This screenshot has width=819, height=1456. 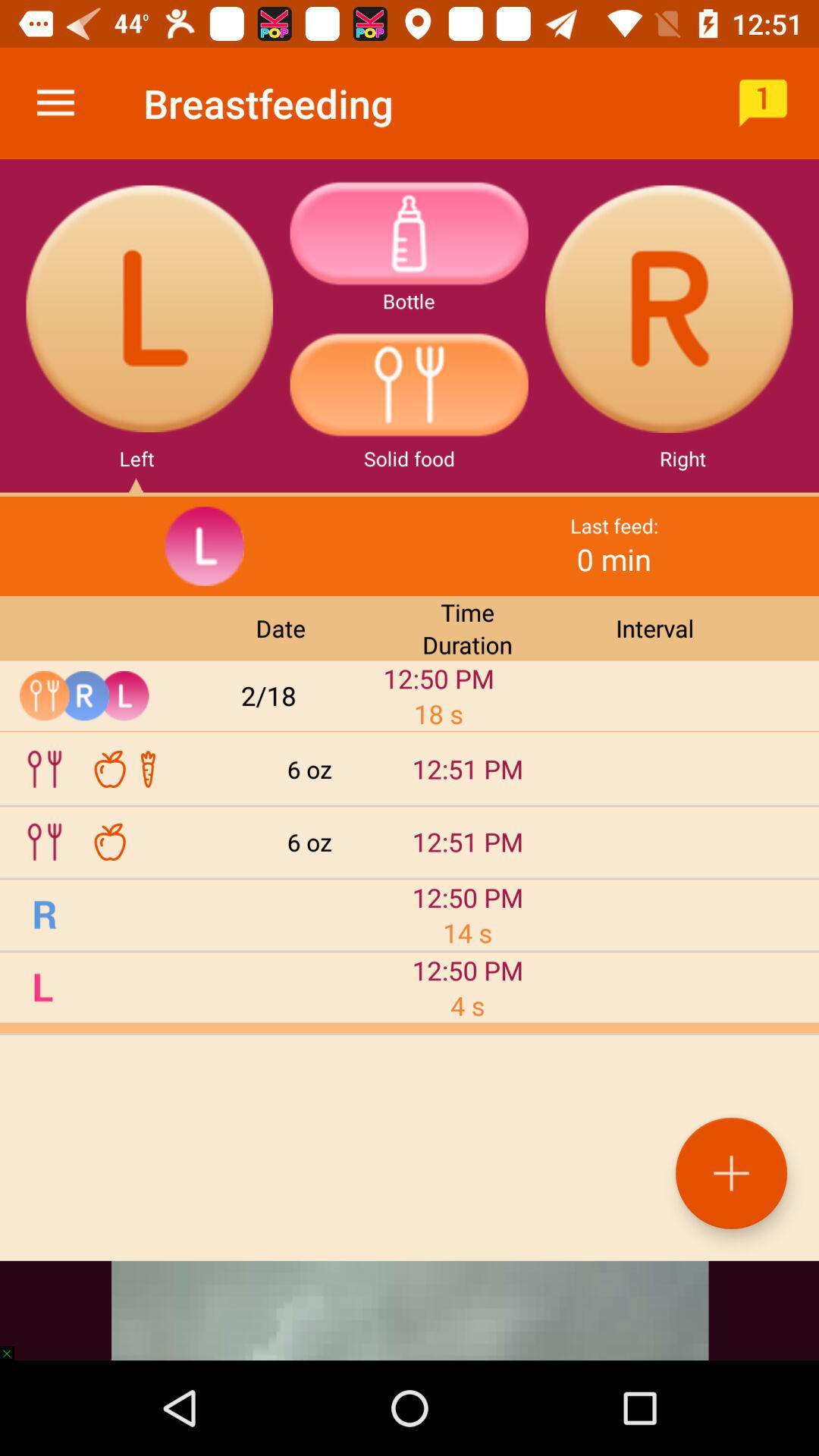 What do you see at coordinates (730, 1172) in the screenshot?
I see `the add icon` at bounding box center [730, 1172].